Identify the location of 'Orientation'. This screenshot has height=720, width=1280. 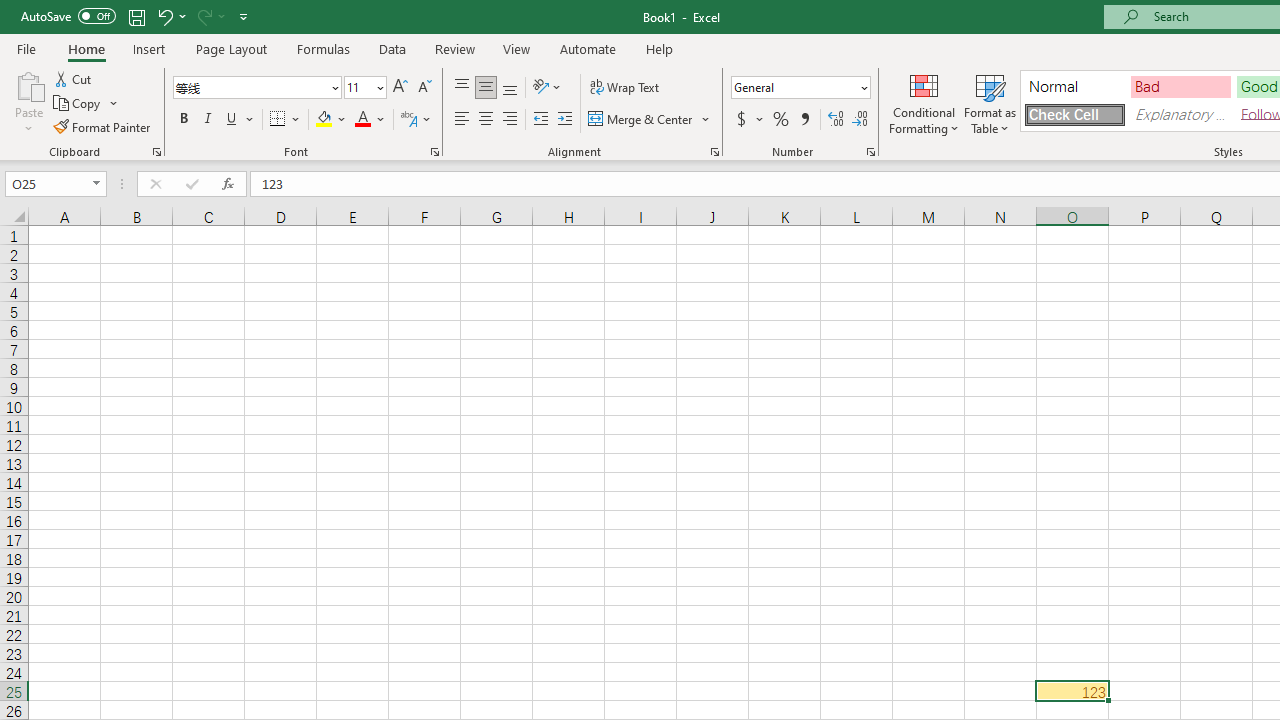
(547, 86).